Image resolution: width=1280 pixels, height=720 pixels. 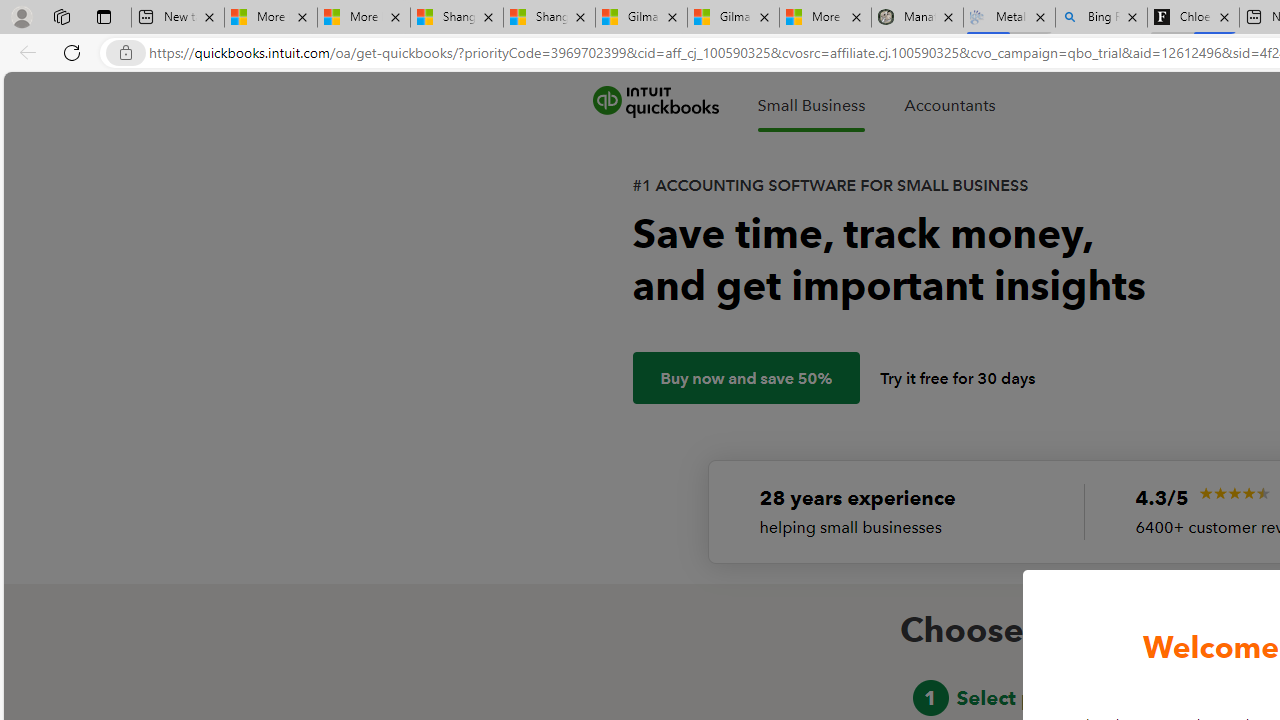 What do you see at coordinates (811, 105) in the screenshot?
I see `'Small Business'` at bounding box center [811, 105].